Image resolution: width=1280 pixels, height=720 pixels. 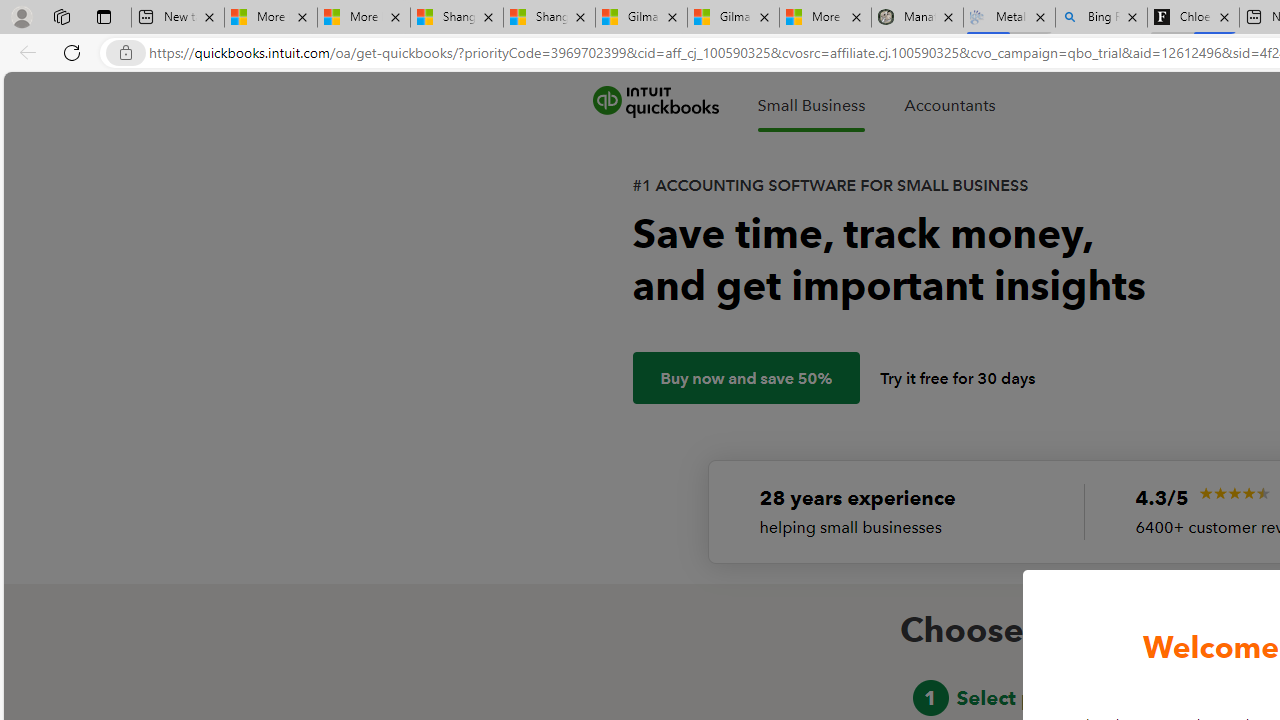 What do you see at coordinates (811, 105) in the screenshot?
I see `'Small Business'` at bounding box center [811, 105].